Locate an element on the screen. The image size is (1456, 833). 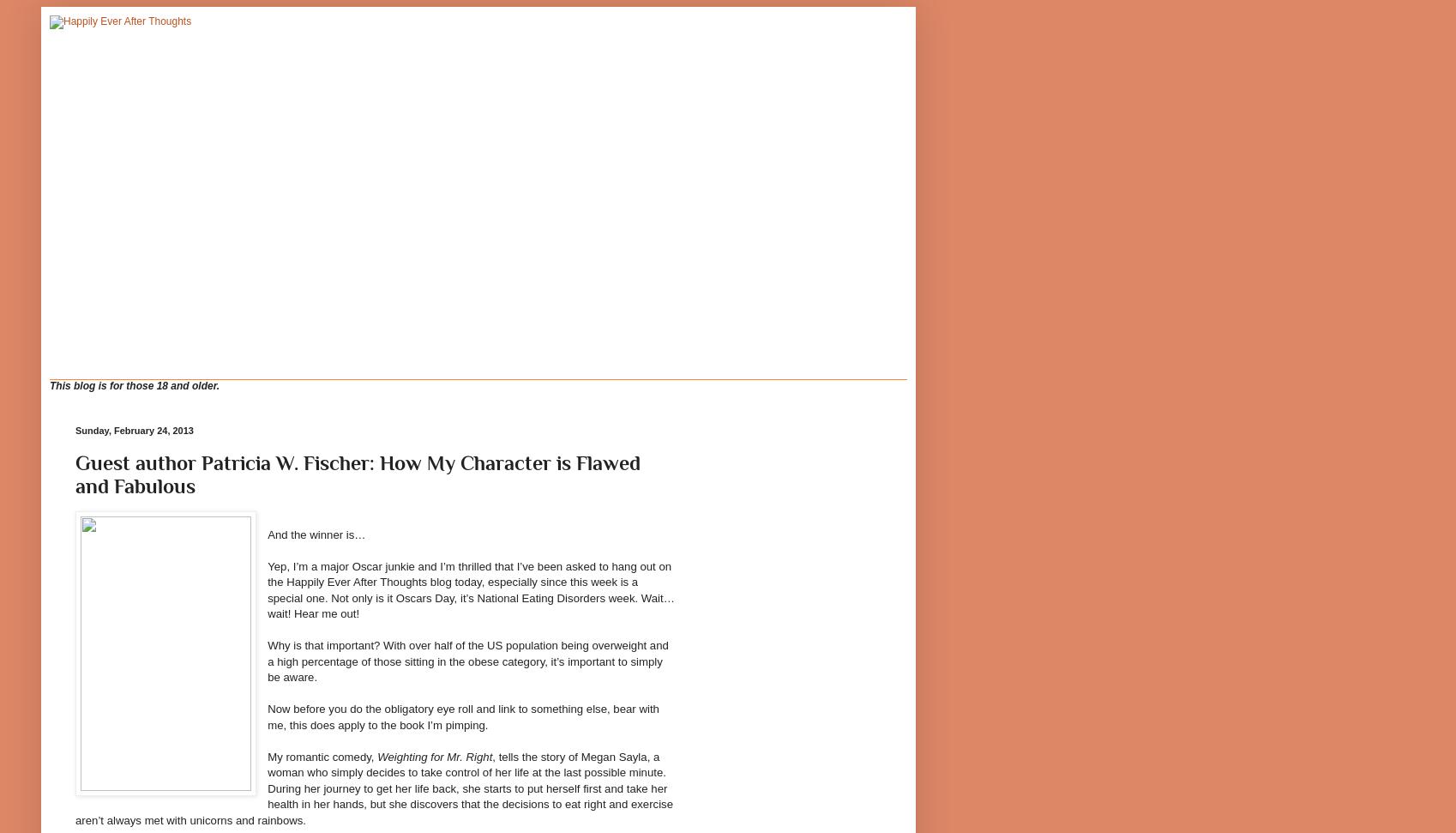
', tells the story of Megan Sayla, a woman who simply decides
to take control of her life at the last possible minute. During her journey to
get her life back, she starts to put herself first and take her health in her
hands, but she discovers that the decisions to eat right and exercise aren’t
always met with unicorns and rainbows.' is located at coordinates (373, 787).